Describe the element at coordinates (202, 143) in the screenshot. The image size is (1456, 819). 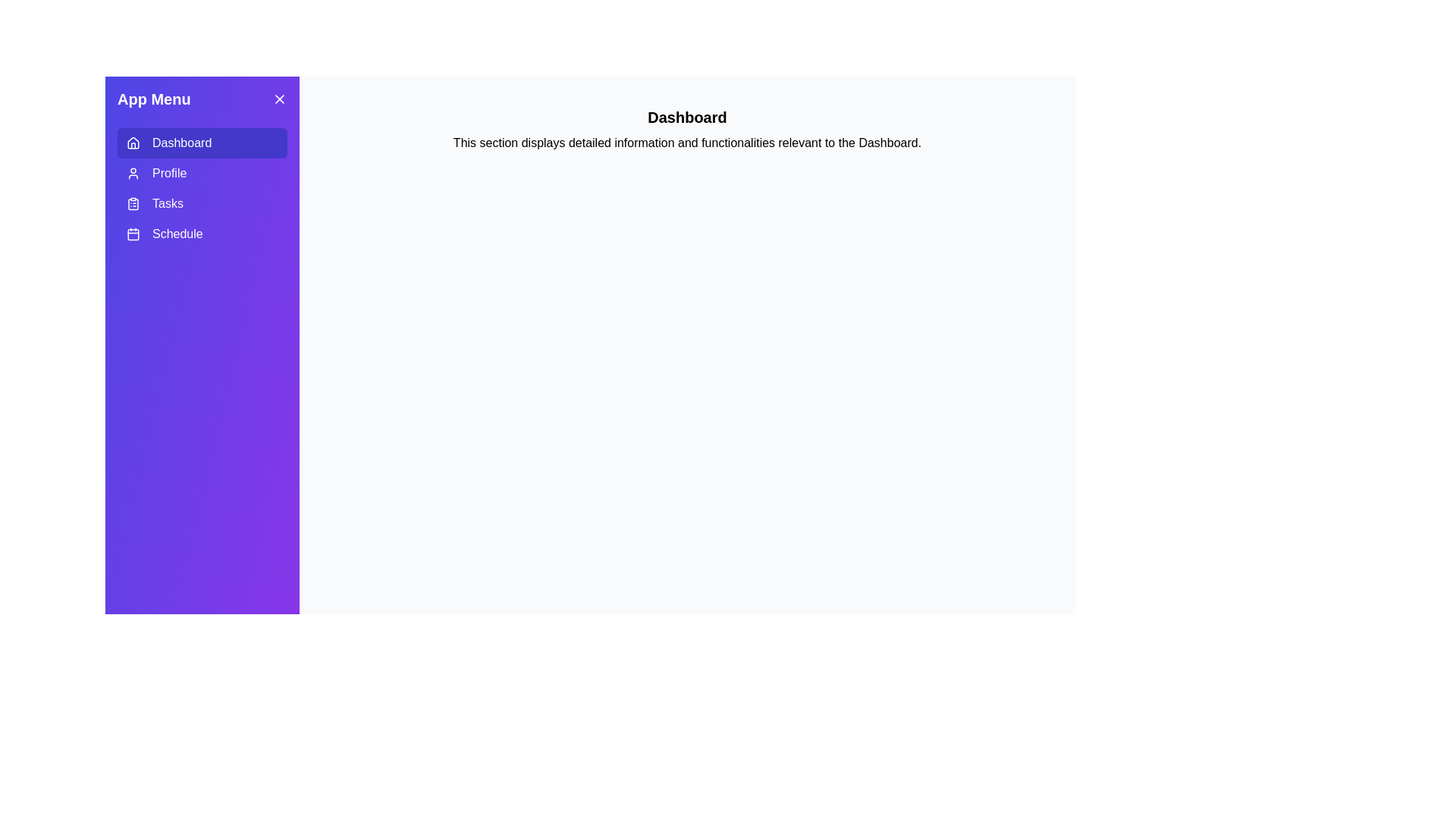
I see `the tab labeled Dashboard to switch to that tab` at that location.